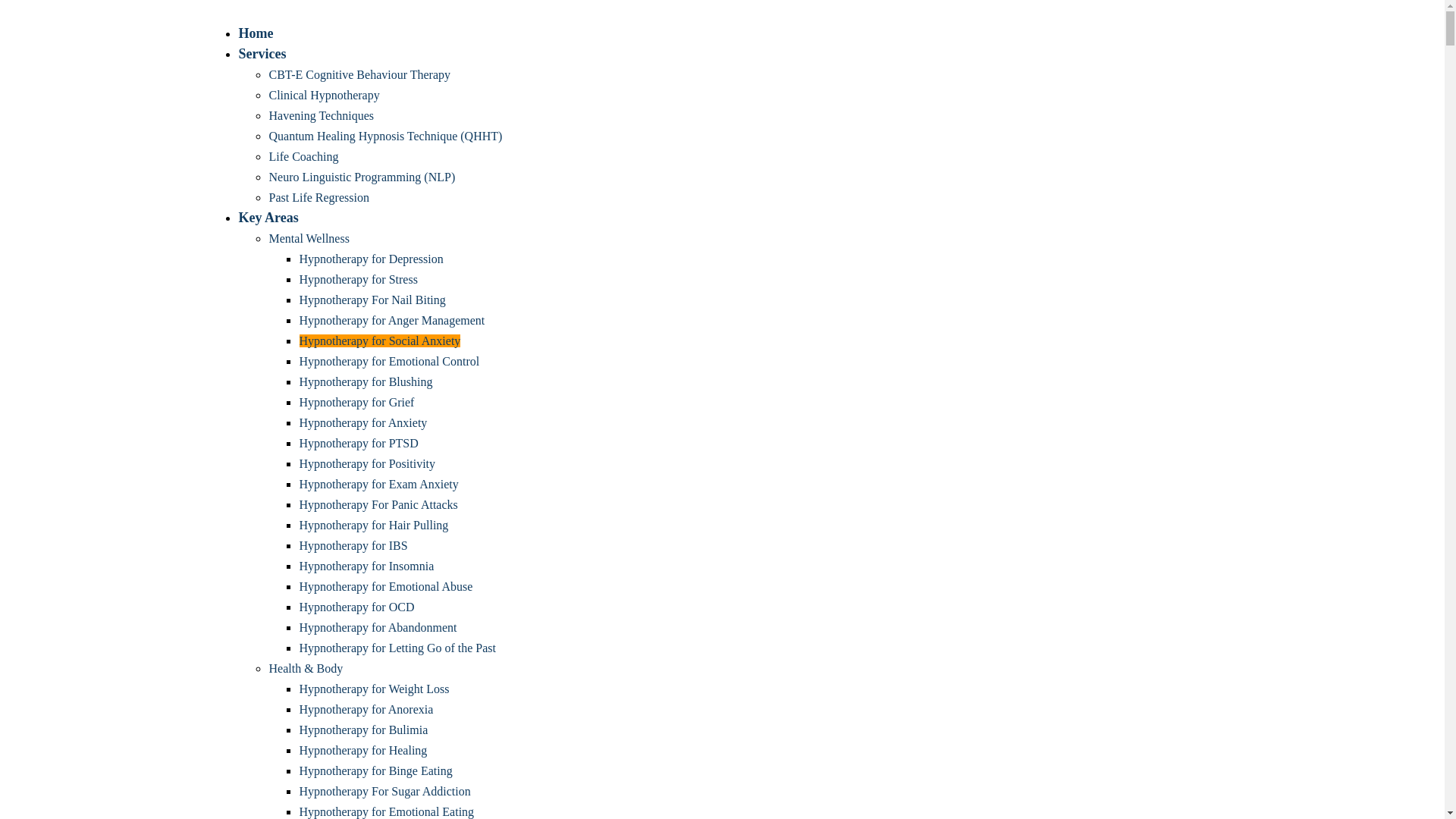  What do you see at coordinates (374, 689) in the screenshot?
I see `'Hypnotherapy for Weight Loss'` at bounding box center [374, 689].